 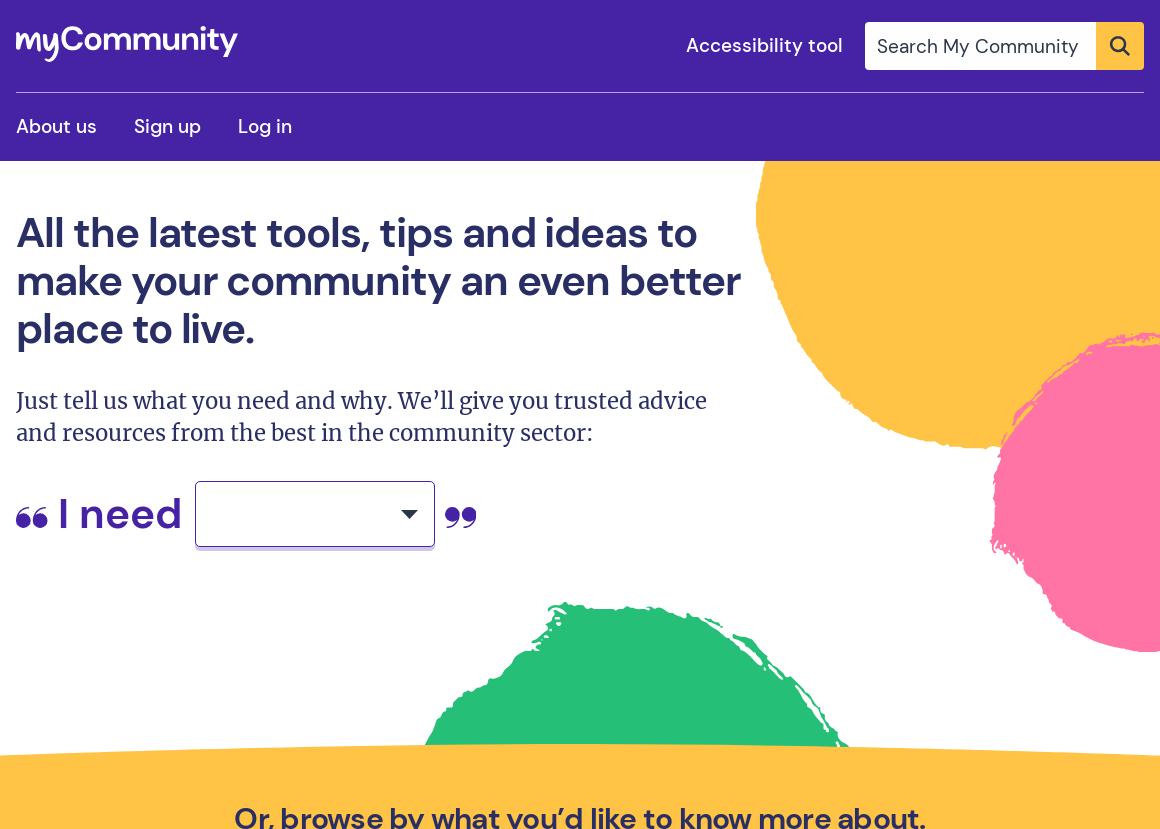 What do you see at coordinates (15, 279) in the screenshot?
I see `'All the latest tools, tips and ideas to make your community an even better place to live.'` at bounding box center [15, 279].